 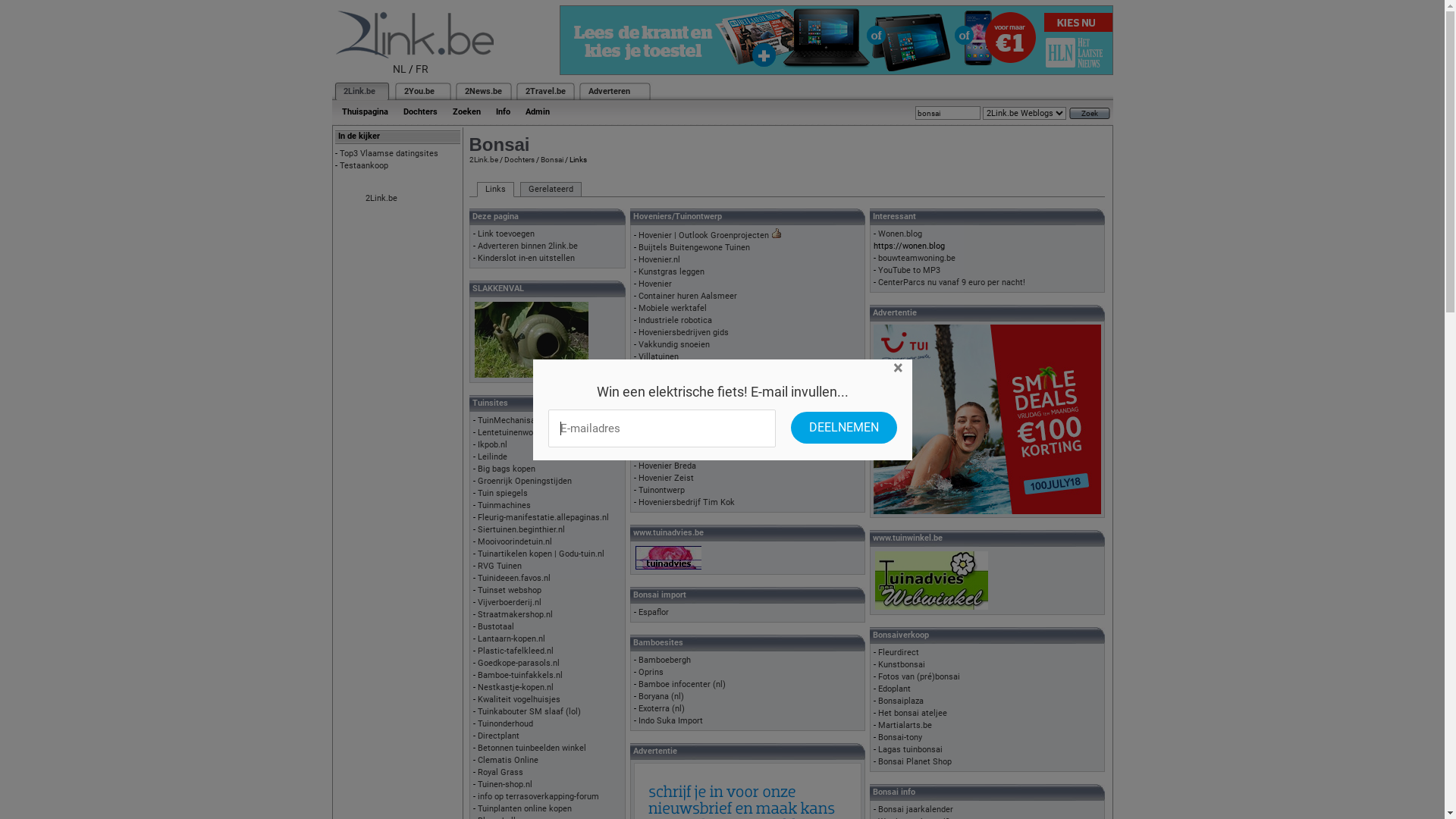 What do you see at coordinates (500, 772) in the screenshot?
I see `'Royal Grass'` at bounding box center [500, 772].